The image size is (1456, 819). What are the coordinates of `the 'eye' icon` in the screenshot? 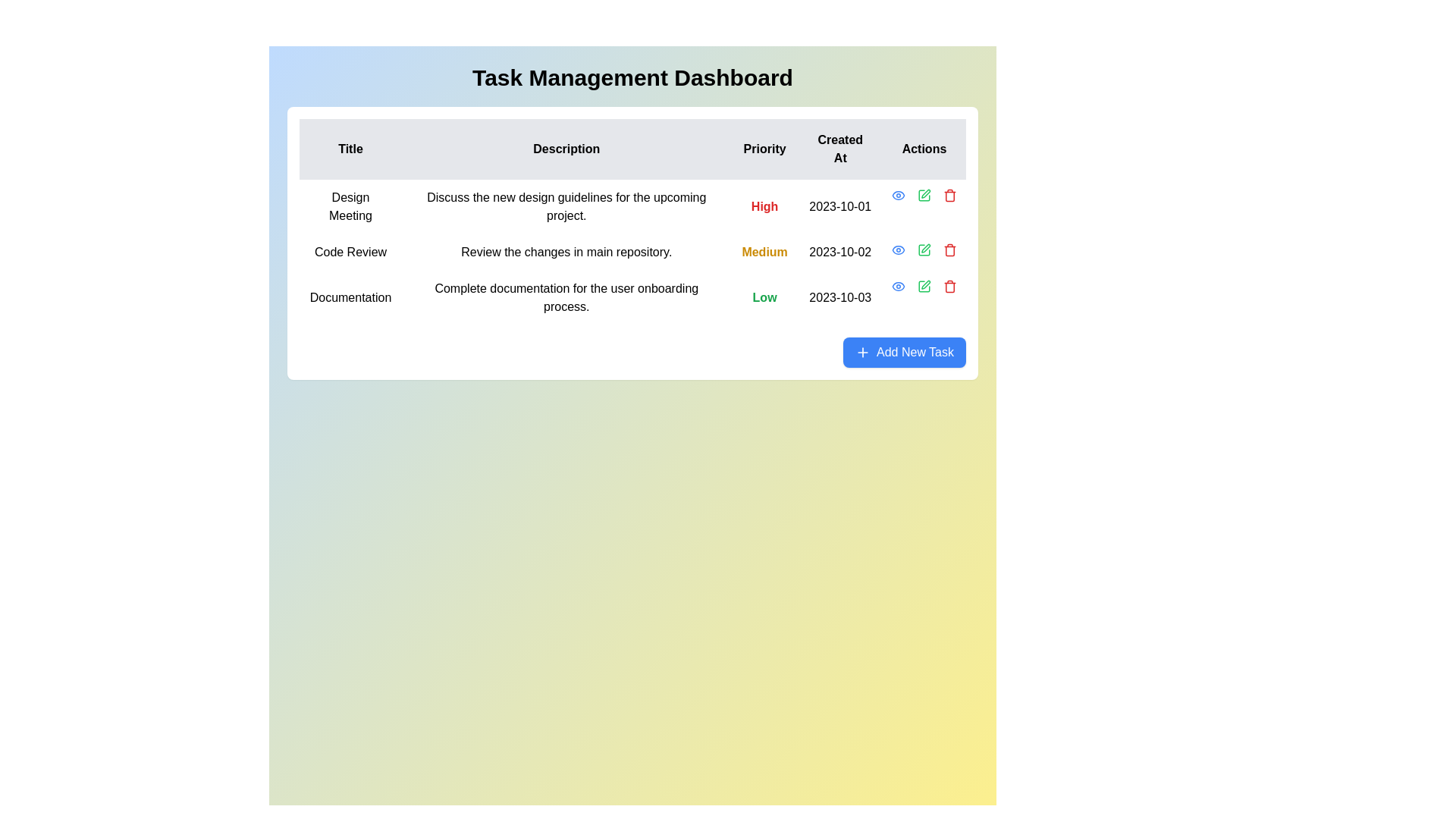 It's located at (899, 195).